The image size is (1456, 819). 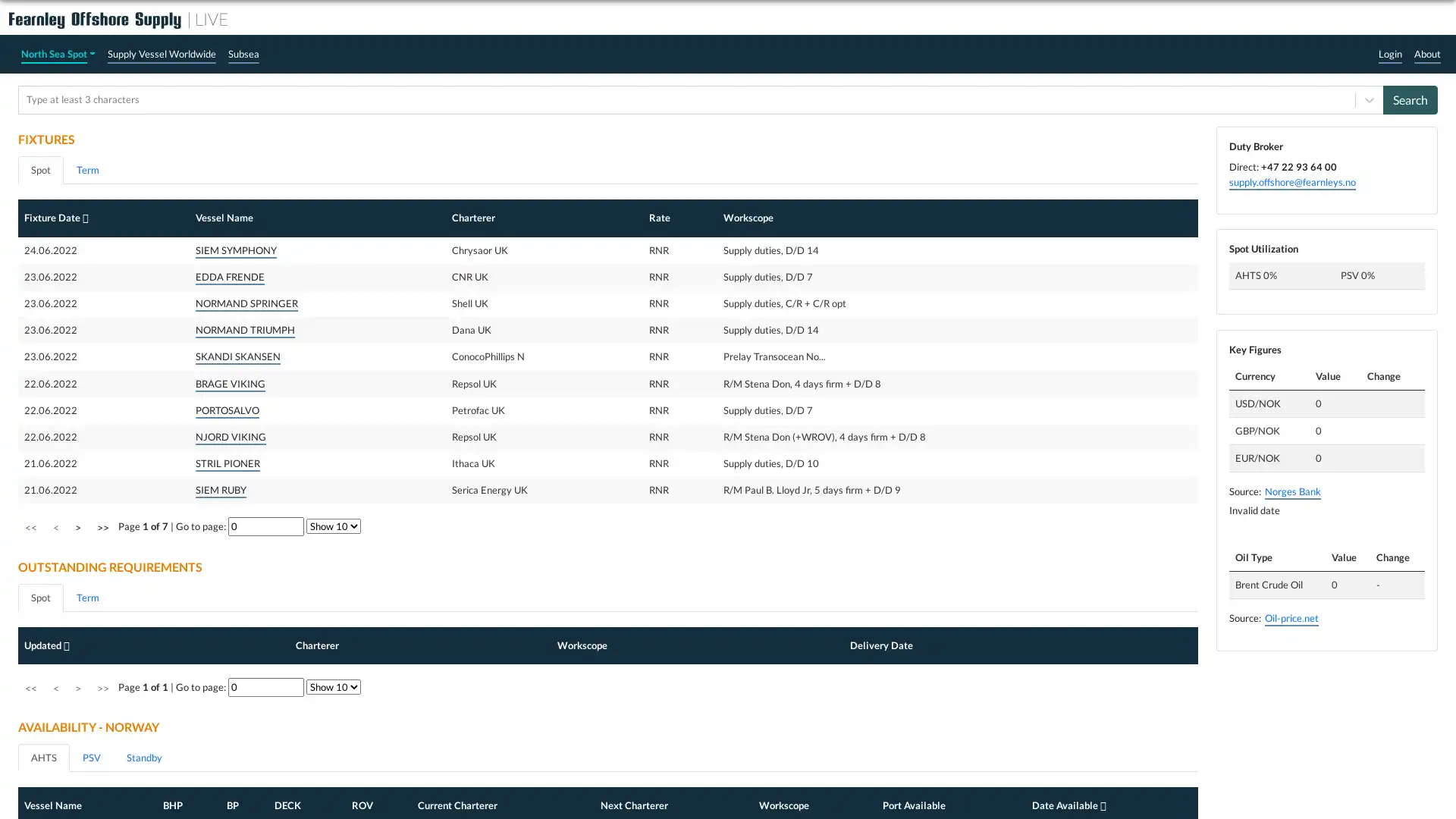 What do you see at coordinates (31, 526) in the screenshot?
I see `<<` at bounding box center [31, 526].